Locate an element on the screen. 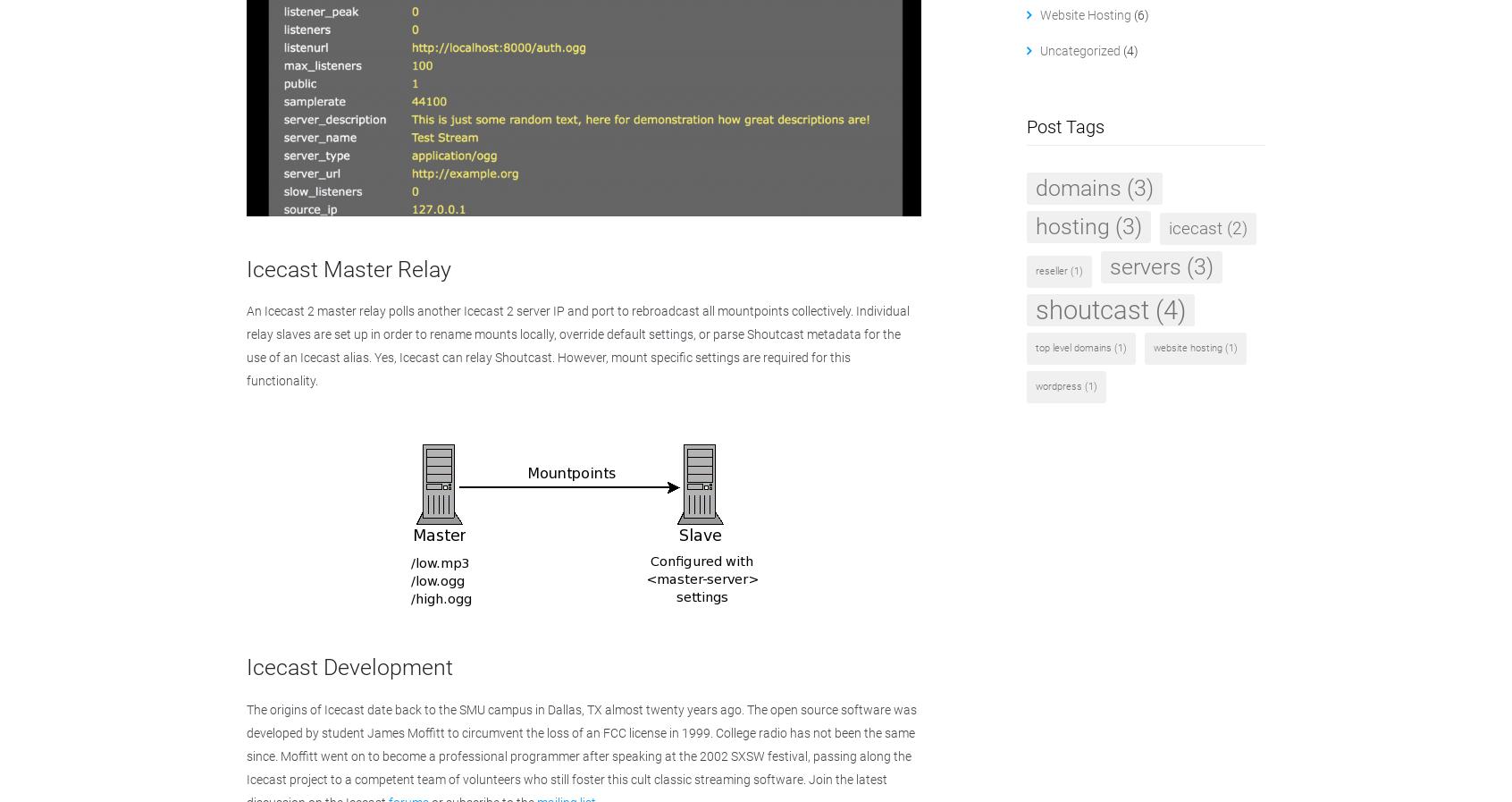  'reseller' is located at coordinates (1049, 270).